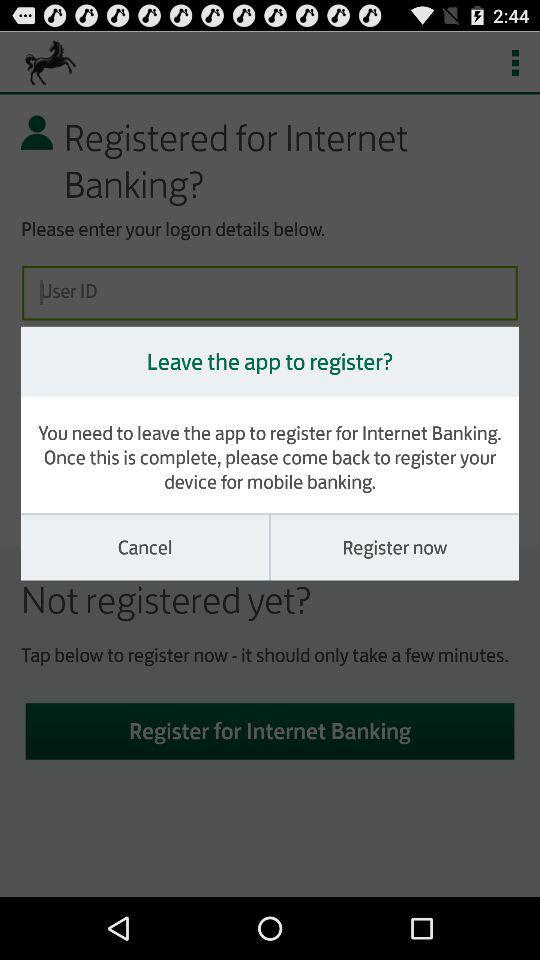 Image resolution: width=540 pixels, height=960 pixels. Describe the element at coordinates (394, 547) in the screenshot. I see `the register now` at that location.